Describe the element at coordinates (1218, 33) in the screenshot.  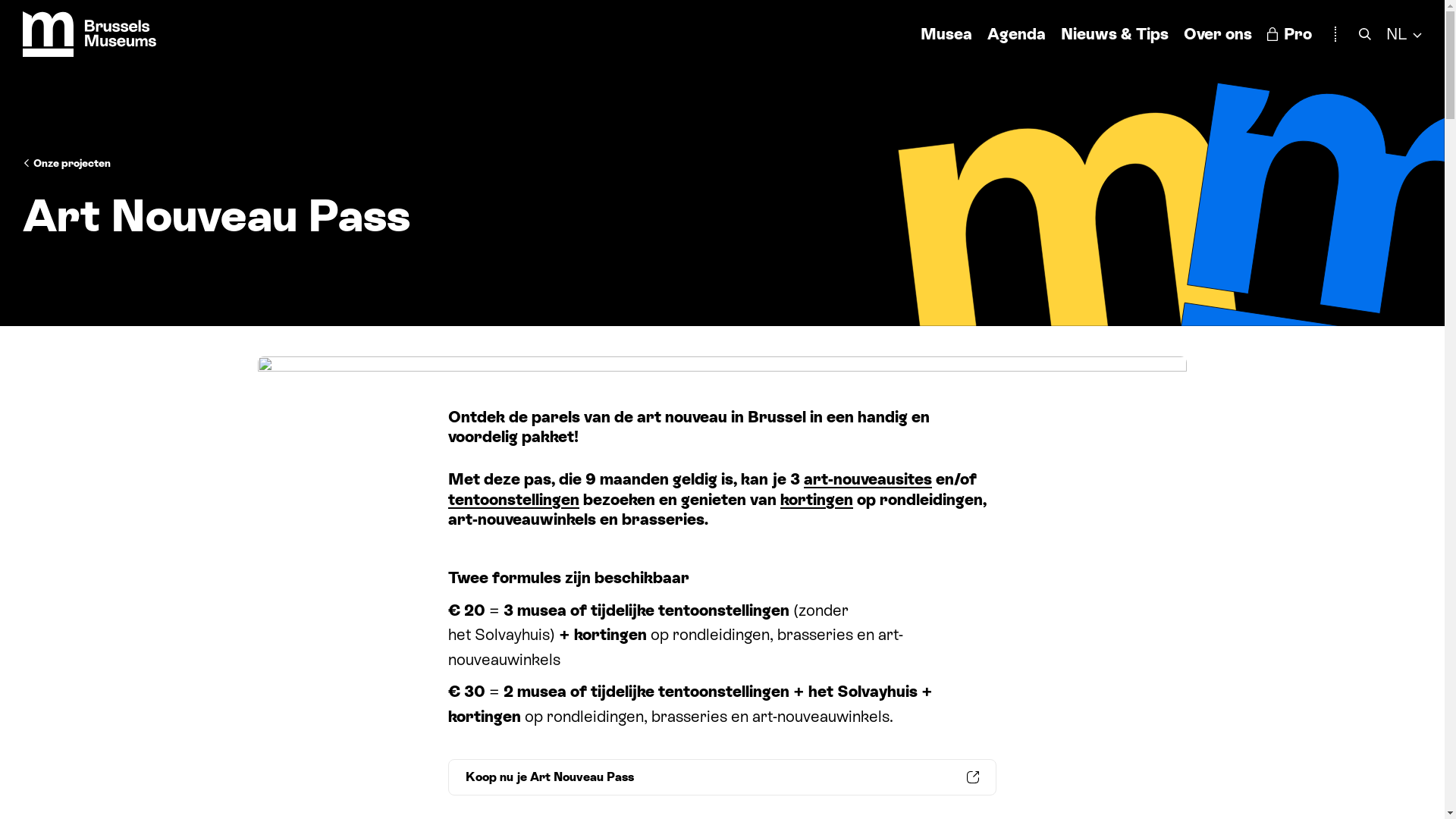
I see `'Over ons'` at that location.